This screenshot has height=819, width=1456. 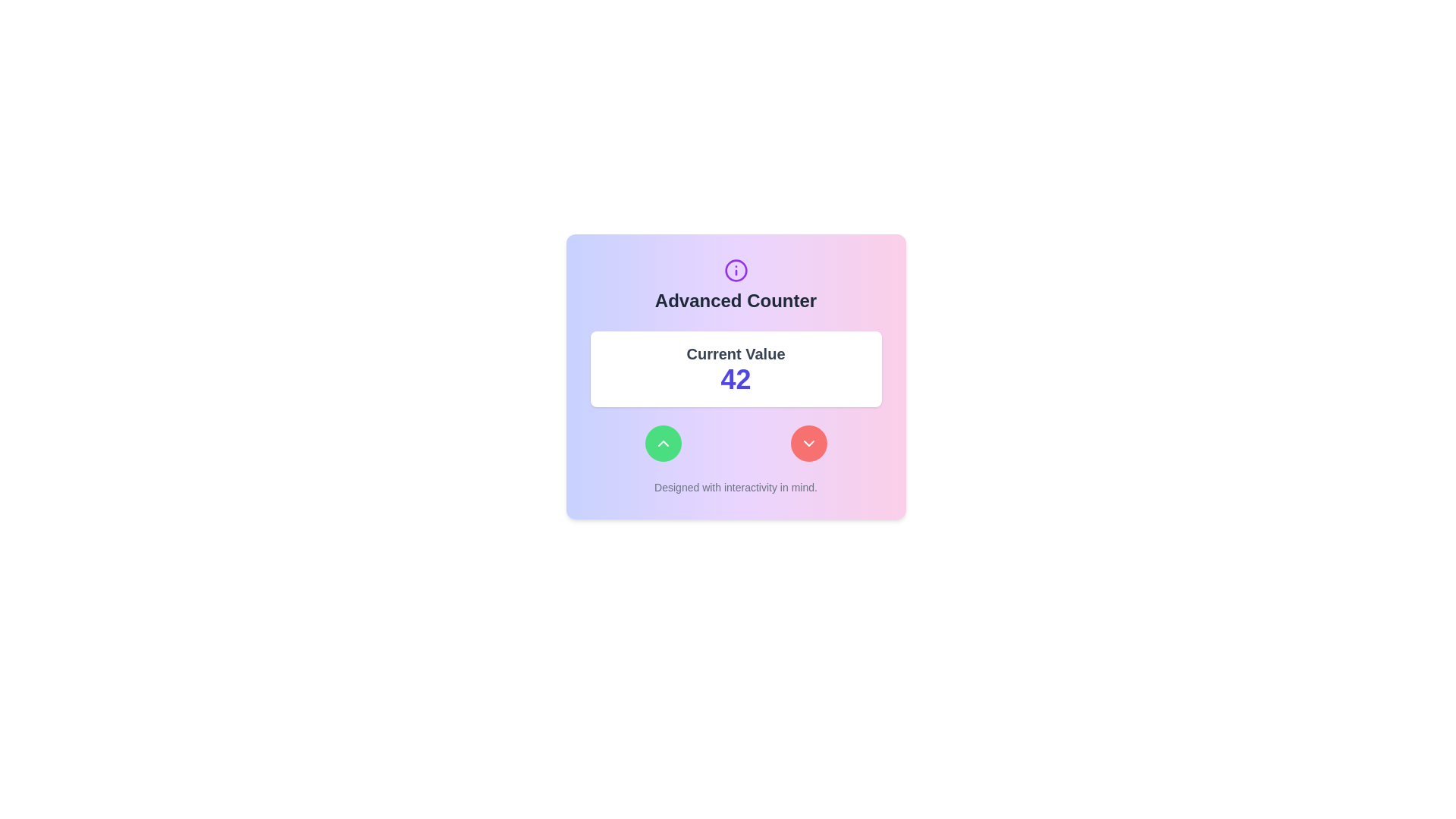 What do you see at coordinates (736, 270) in the screenshot?
I see `the circular decorative component of the info icon located at the top of the card above the 'Advanced Counter' heading` at bounding box center [736, 270].